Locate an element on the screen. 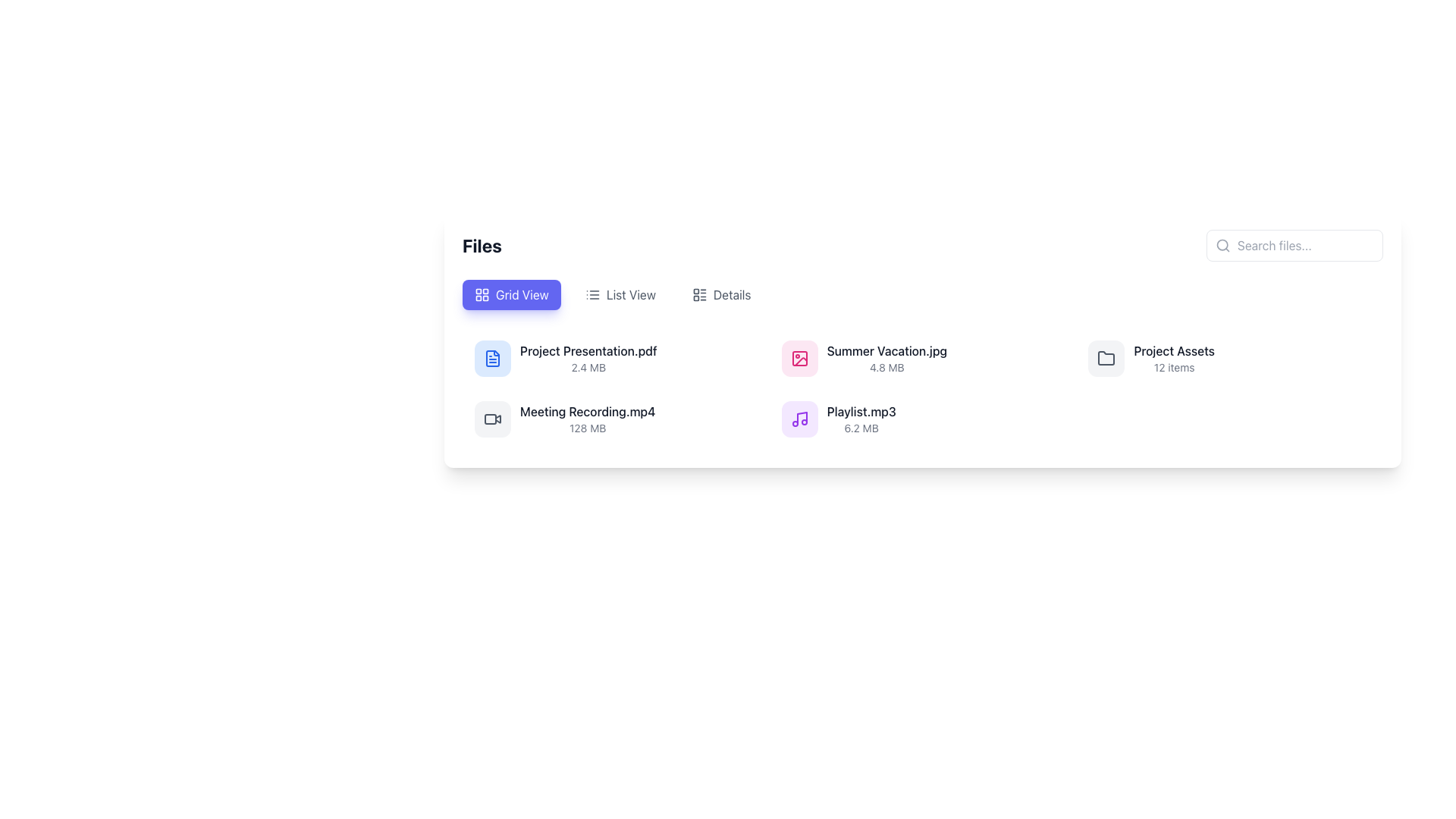 This screenshot has height=819, width=1456. the search input field located on the right-hand side of the 'Files' section is located at coordinates (1294, 245).